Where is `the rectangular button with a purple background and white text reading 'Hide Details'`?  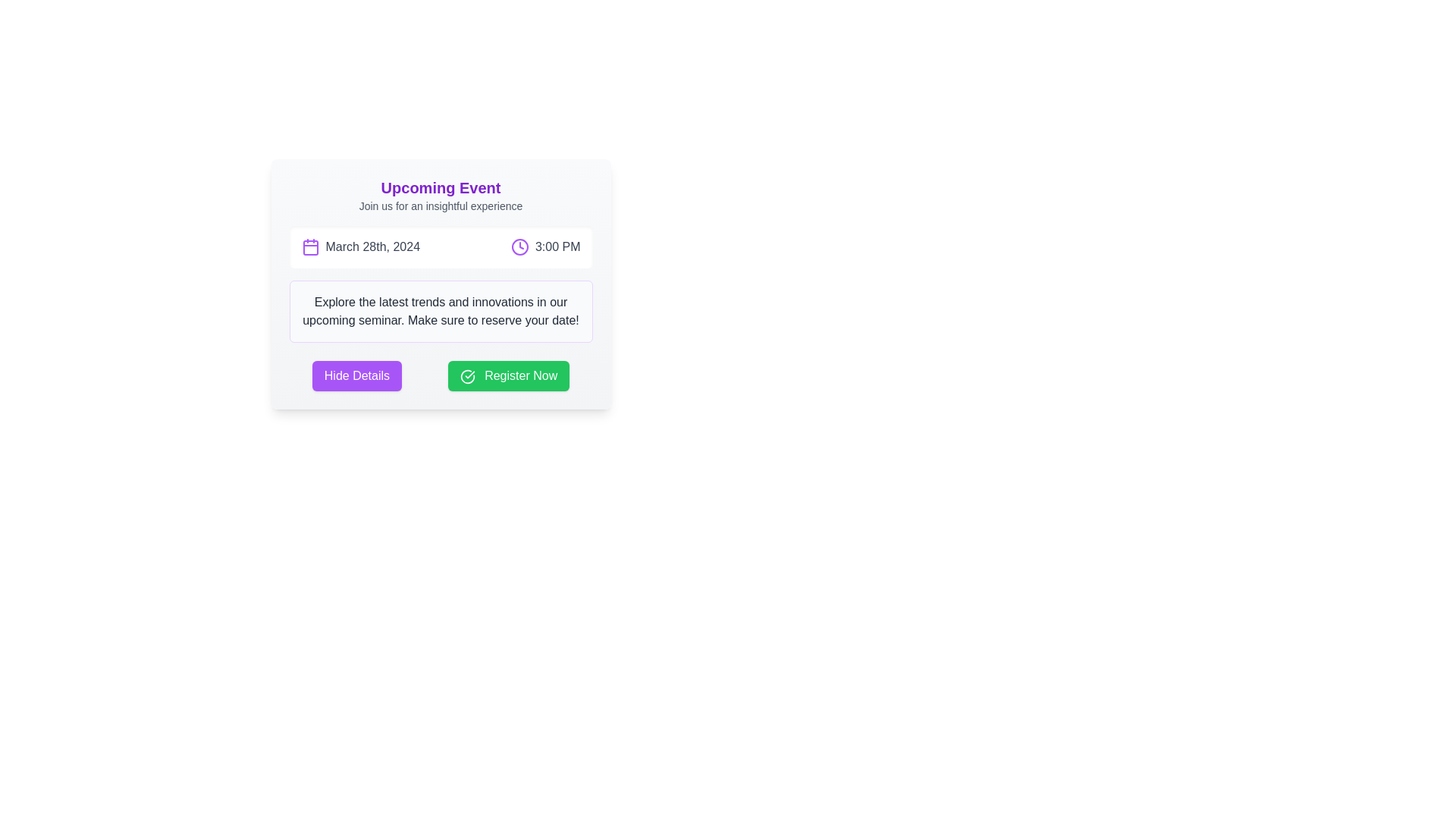 the rectangular button with a purple background and white text reading 'Hide Details' is located at coordinates (356, 375).